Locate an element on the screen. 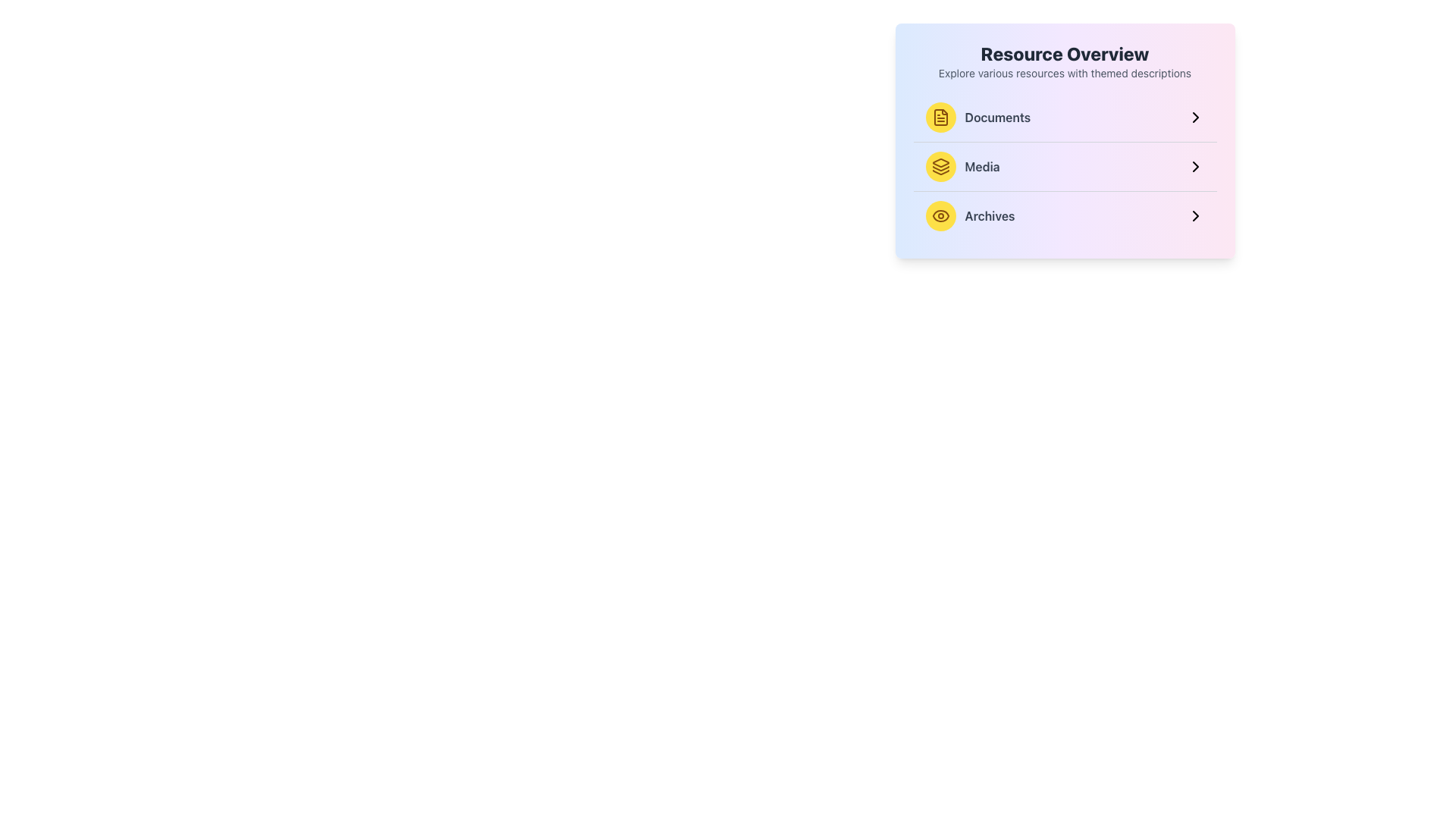 The width and height of the screenshot is (1456, 819). the 'Media' list item in the 'Resource Overview' section is located at coordinates (1064, 166).